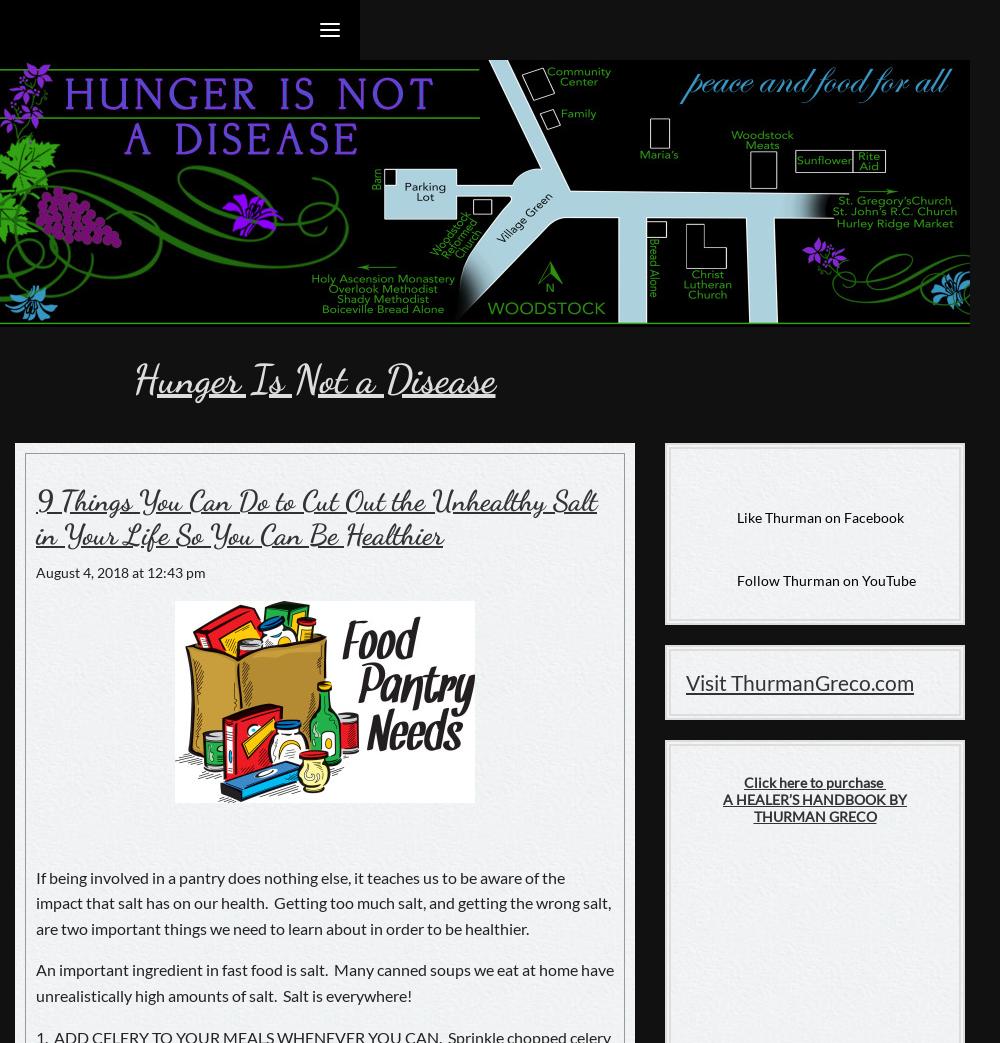  I want to click on 'If being involved in a pantry does nothing else, it teaches us to be aware of the impact that salt has on our health.  Getting too much salt, and getting the wrong salt, are two important things we need to learn about in order to be healthier.', so click(322, 900).